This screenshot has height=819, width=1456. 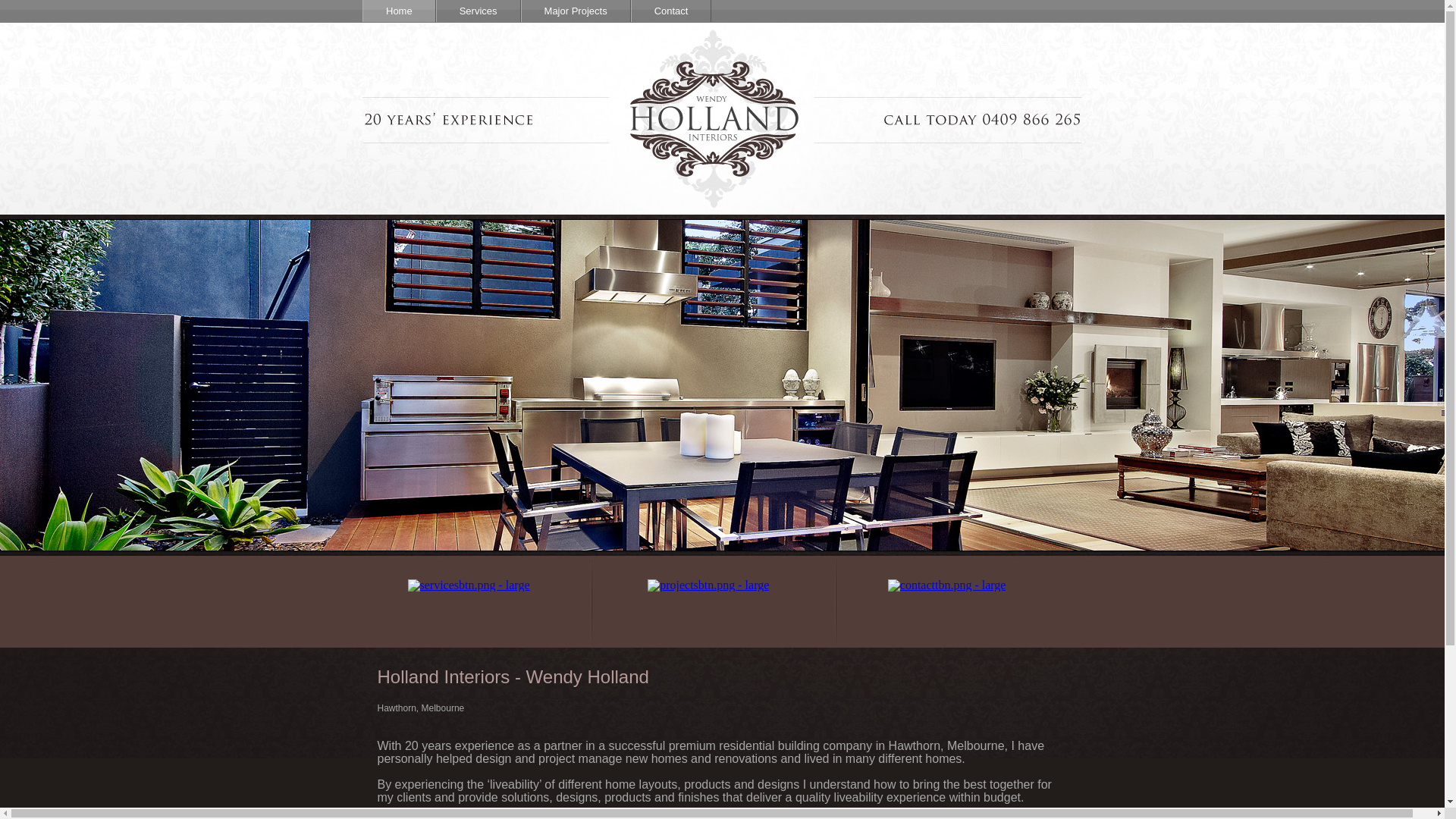 I want to click on 'Major Projects', so click(x=574, y=11).